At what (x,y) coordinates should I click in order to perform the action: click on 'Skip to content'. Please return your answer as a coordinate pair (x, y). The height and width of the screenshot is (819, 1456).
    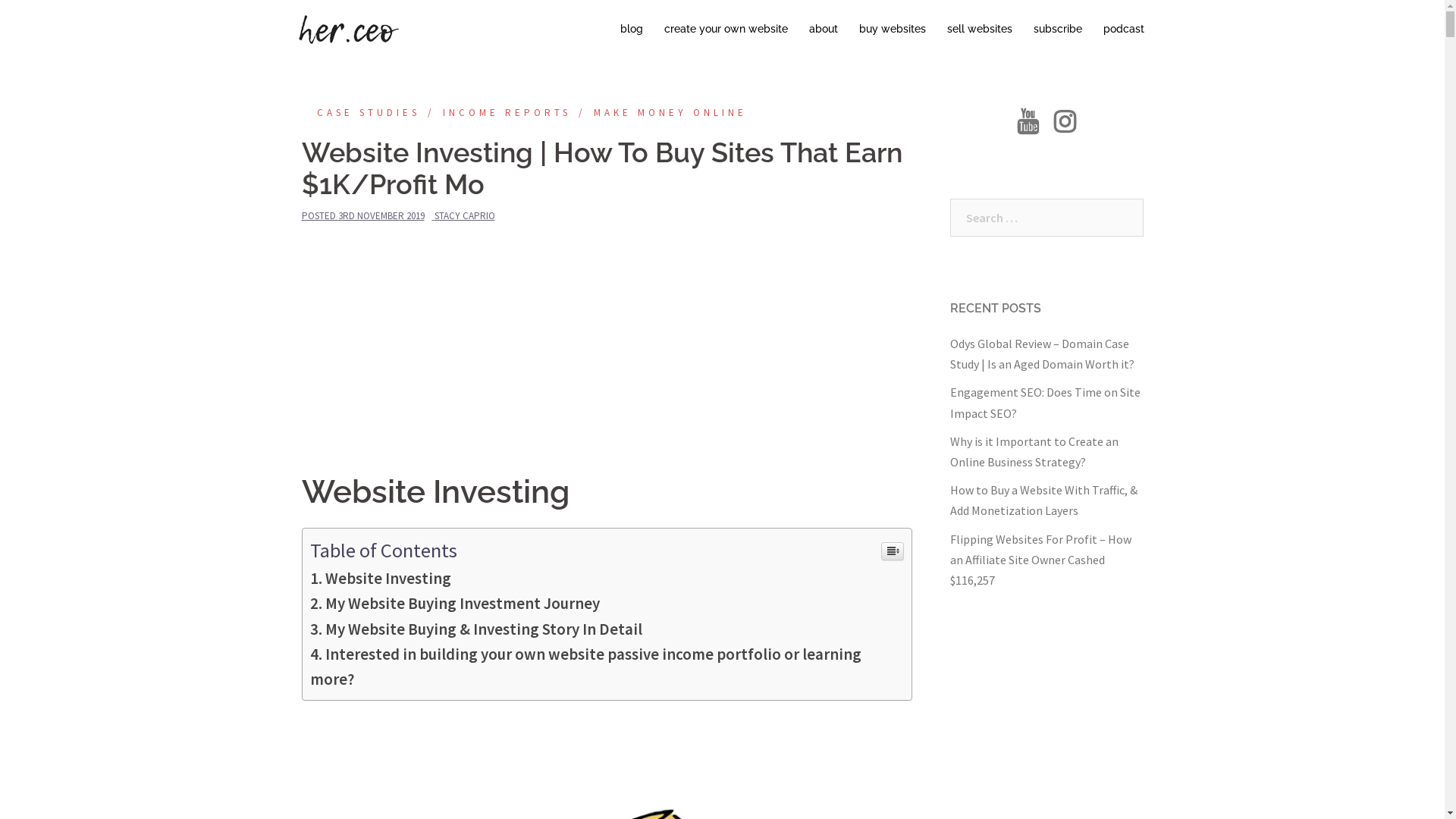
    Looking at the image, I should click on (0, 0).